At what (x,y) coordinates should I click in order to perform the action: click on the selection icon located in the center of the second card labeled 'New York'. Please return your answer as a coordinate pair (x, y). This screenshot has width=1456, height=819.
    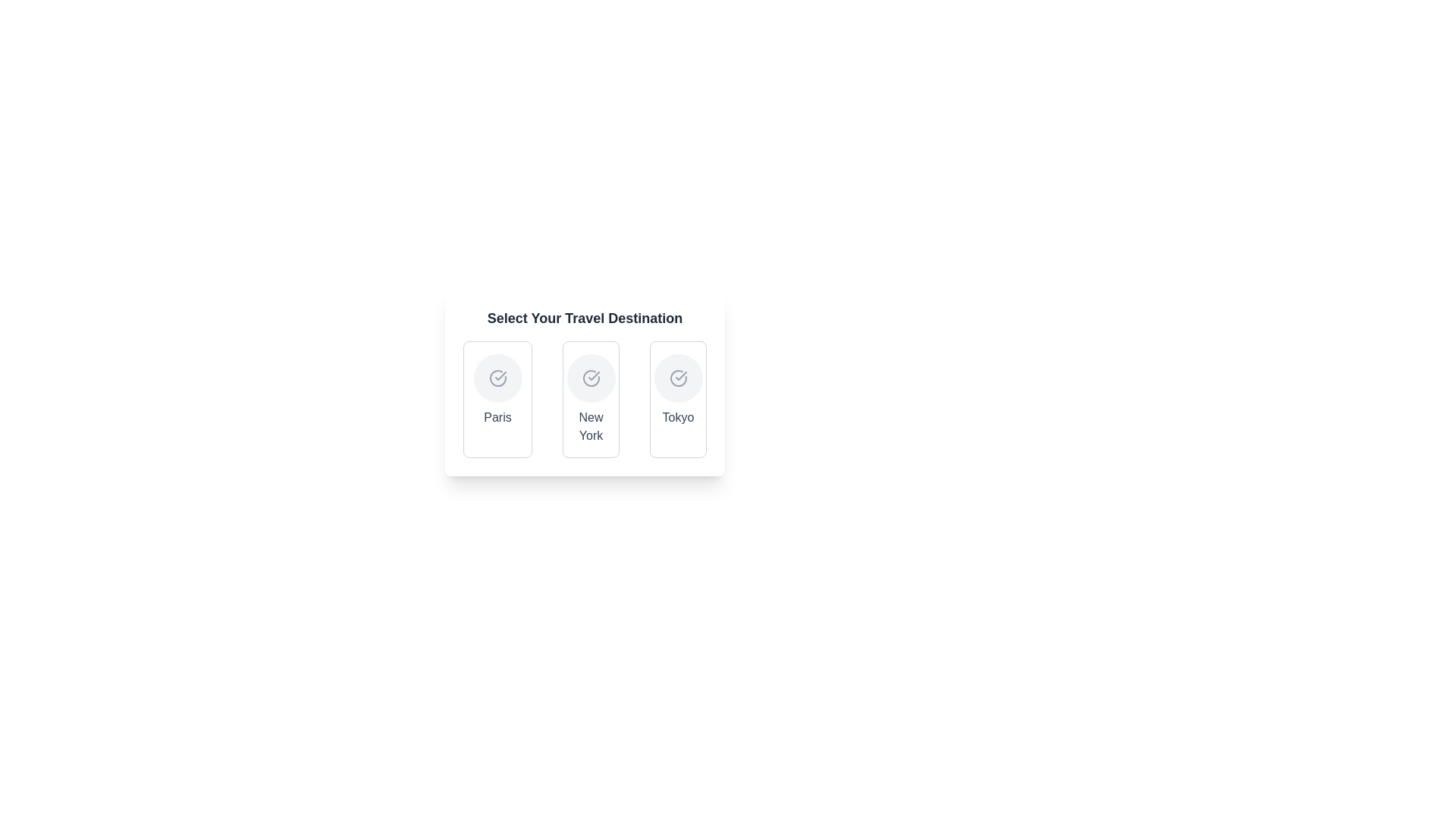
    Looking at the image, I should click on (590, 377).